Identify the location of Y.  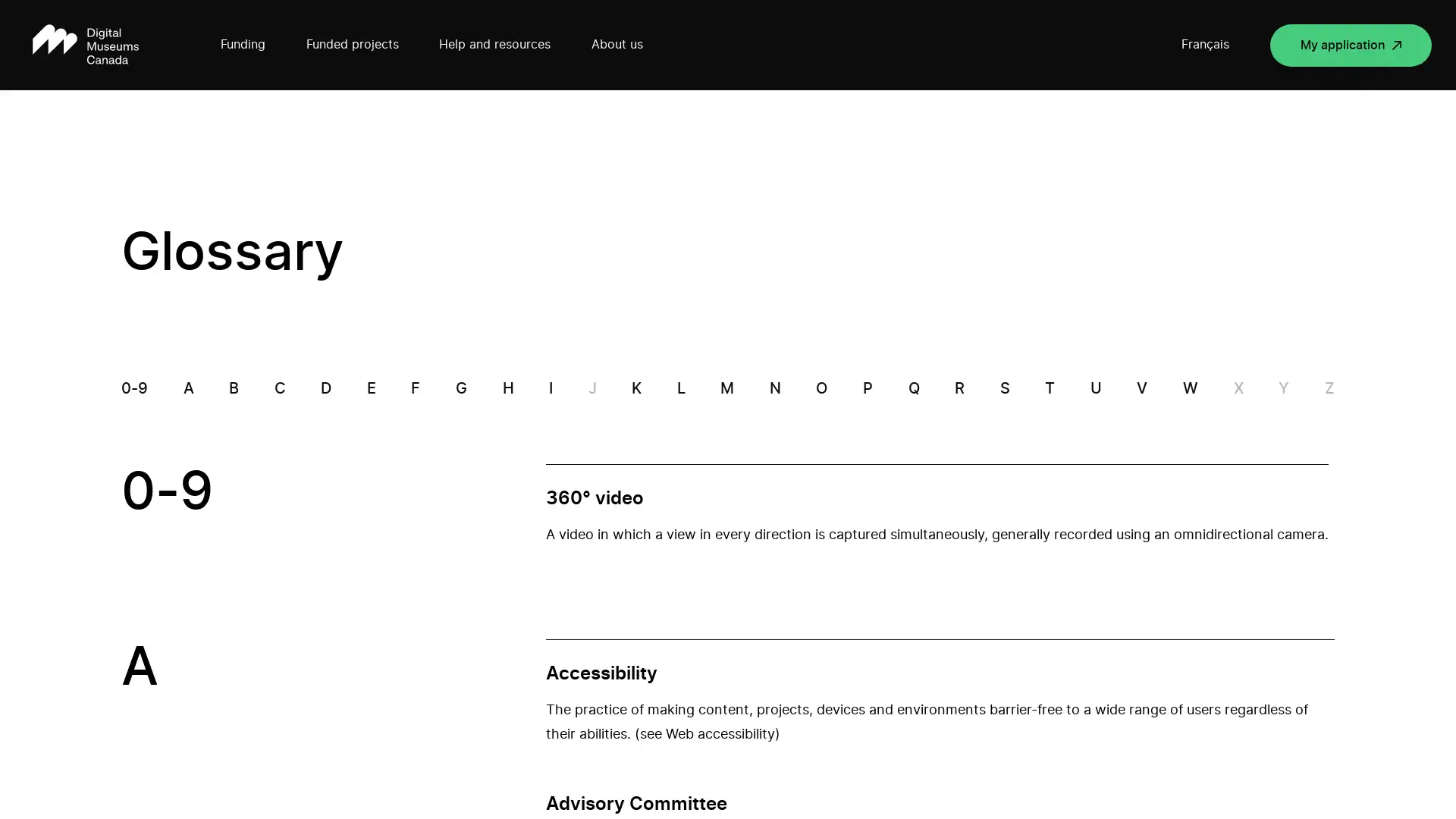
(1283, 388).